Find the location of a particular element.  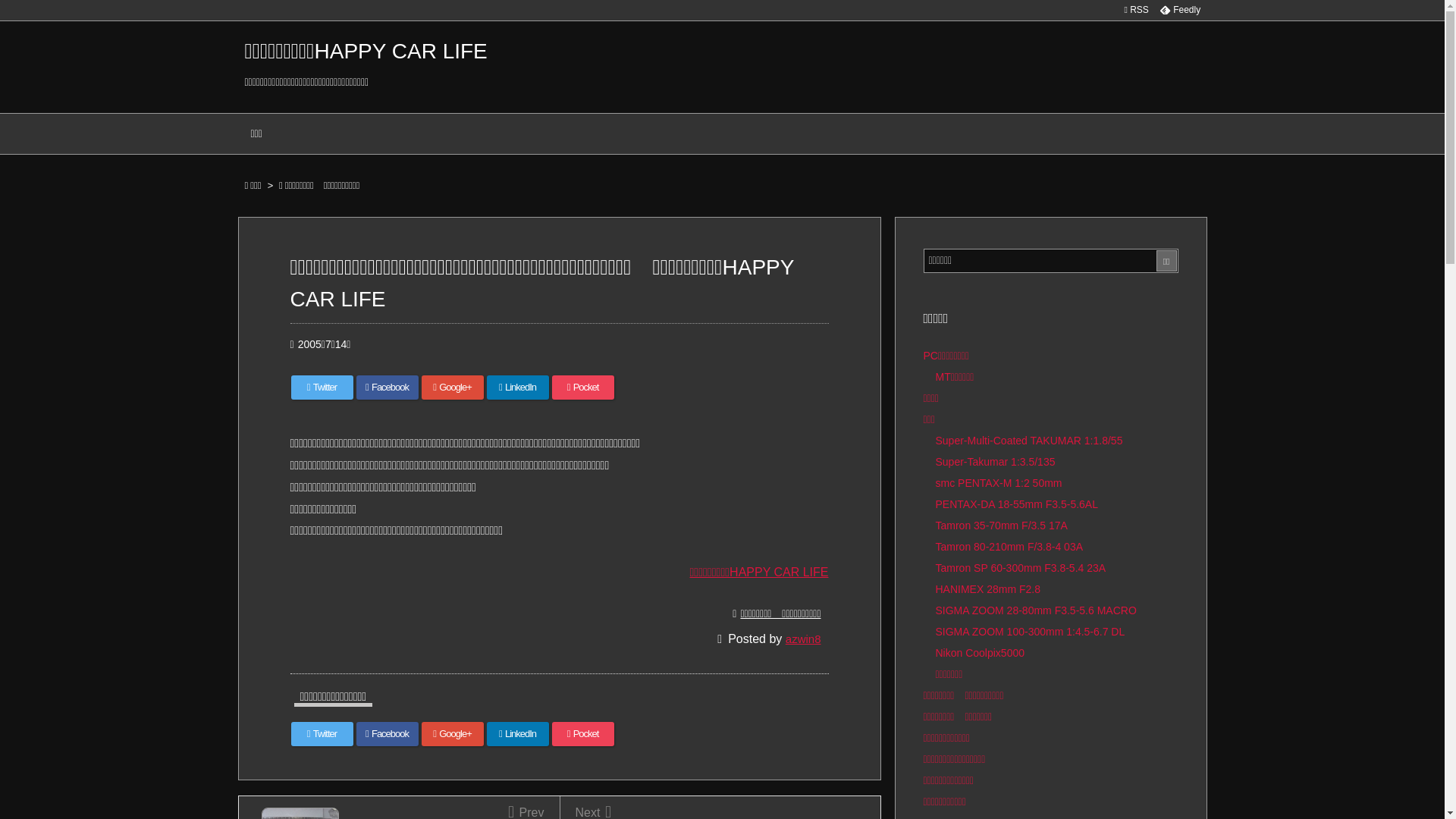

' Pocket' is located at coordinates (582, 733).